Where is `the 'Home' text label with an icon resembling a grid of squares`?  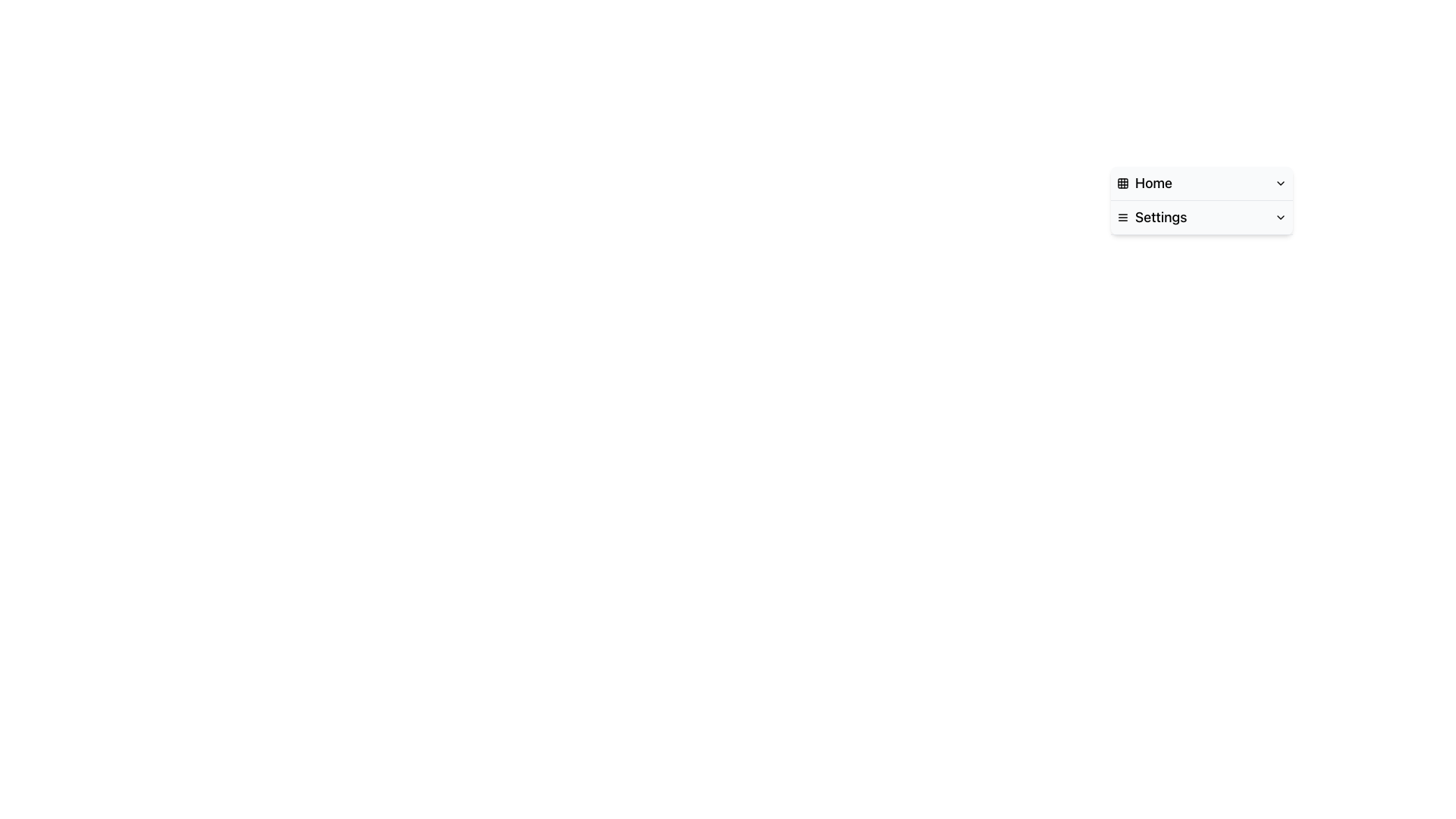 the 'Home' text label with an icon resembling a grid of squares is located at coordinates (1144, 183).